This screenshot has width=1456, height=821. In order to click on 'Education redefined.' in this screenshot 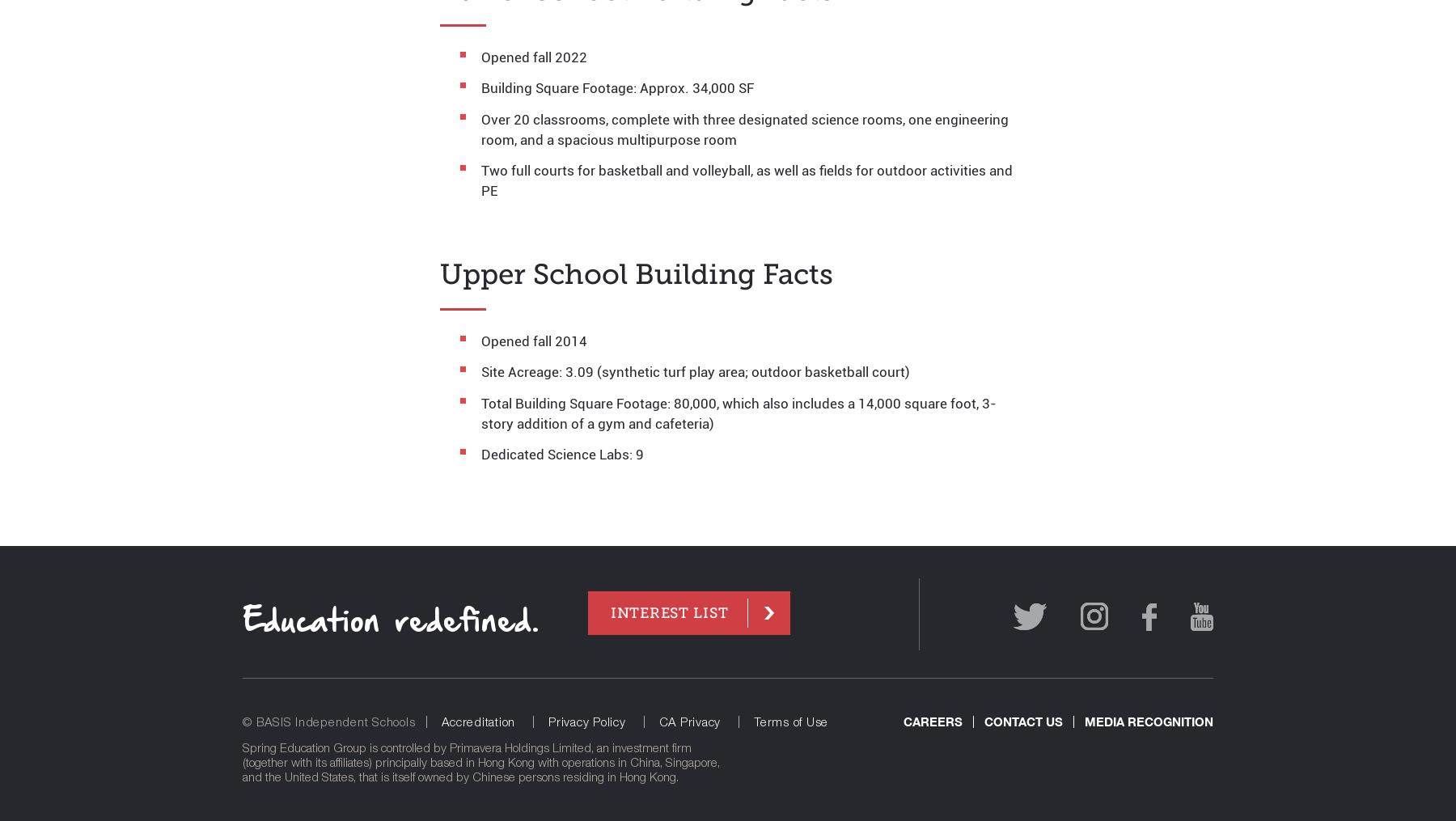, I will do `click(390, 616)`.